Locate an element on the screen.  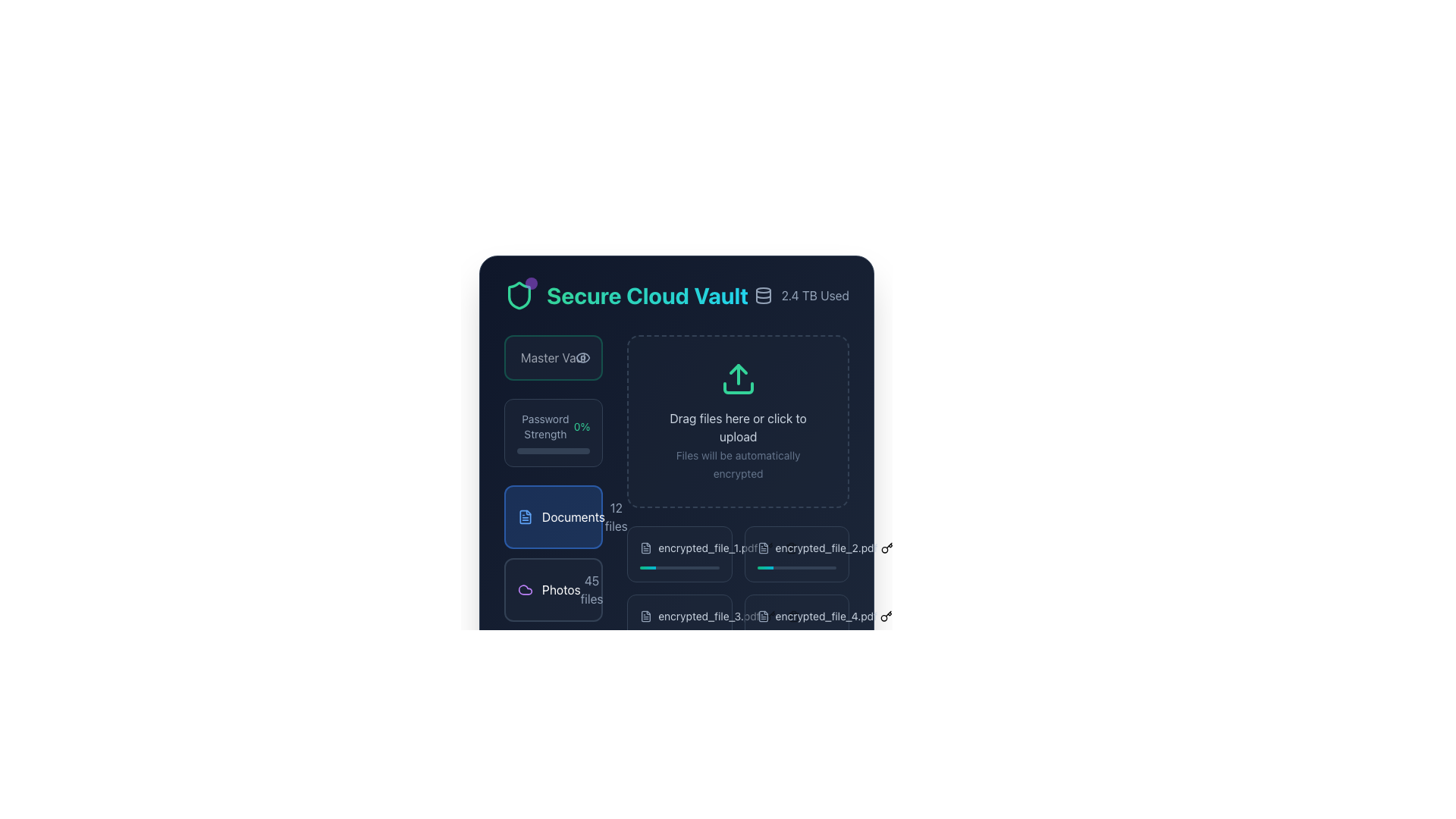
the icon button resembling a key, positioned between 'encrypted_file_3.pdf' and 'encrypted_file_4.pdf' in the bottom-right area of the interface, as it supports dragging is located at coordinates (769, 617).